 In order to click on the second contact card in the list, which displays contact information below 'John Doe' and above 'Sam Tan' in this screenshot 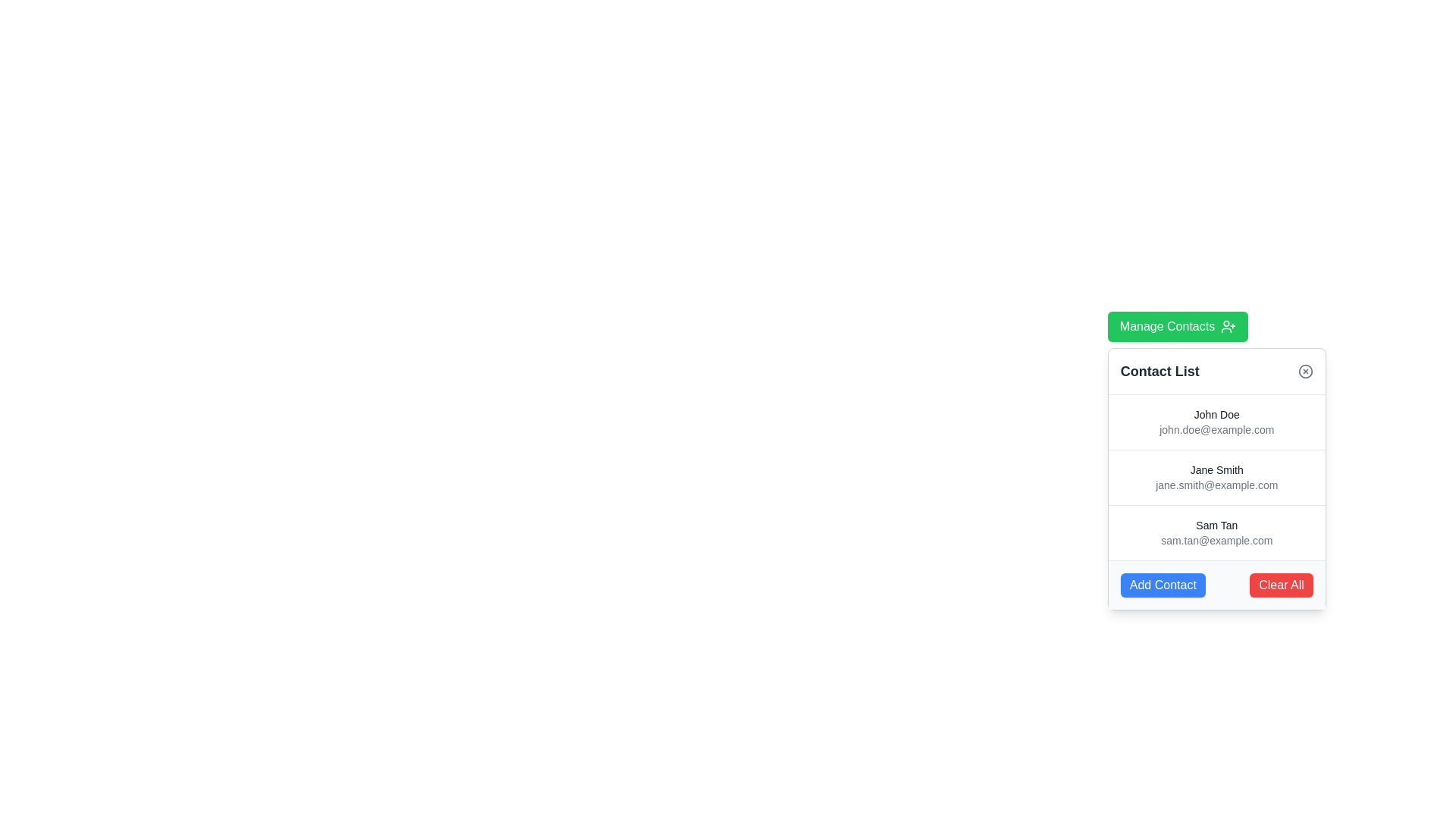, I will do `click(1216, 476)`.